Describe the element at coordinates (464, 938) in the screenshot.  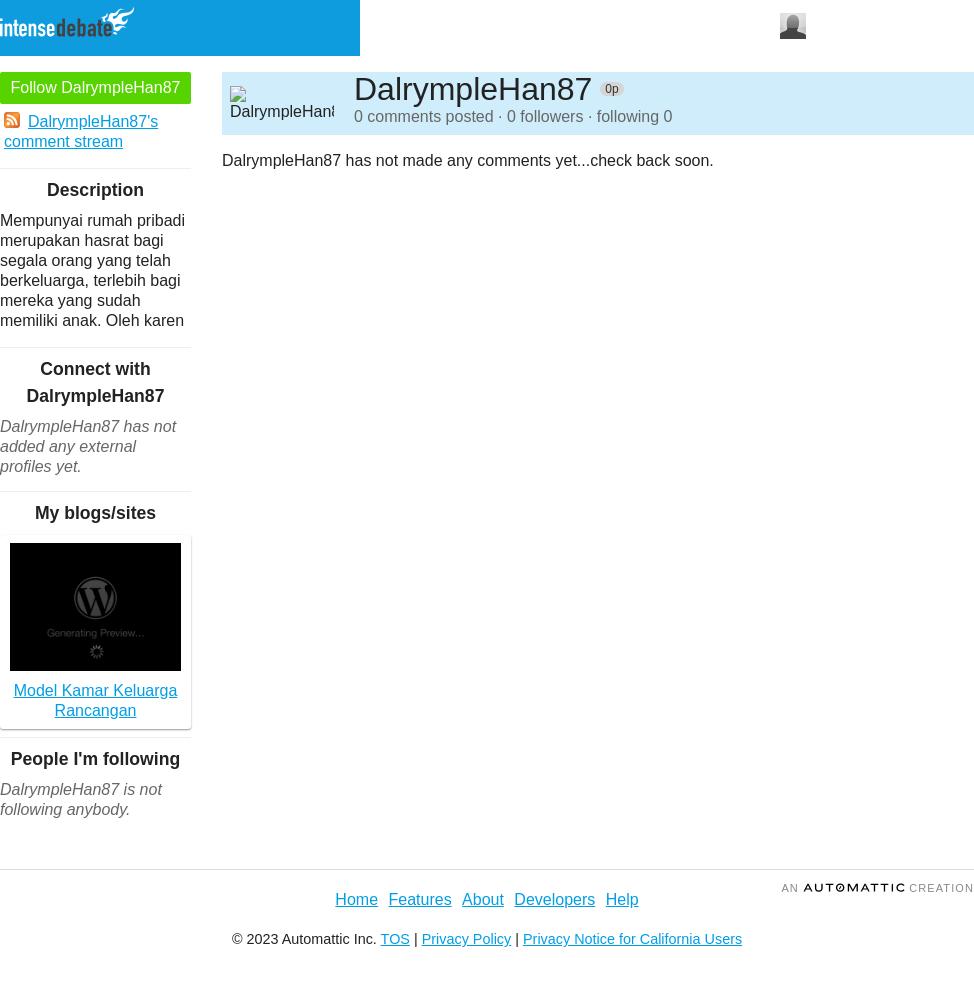
I see `'Privacy Policy'` at that location.